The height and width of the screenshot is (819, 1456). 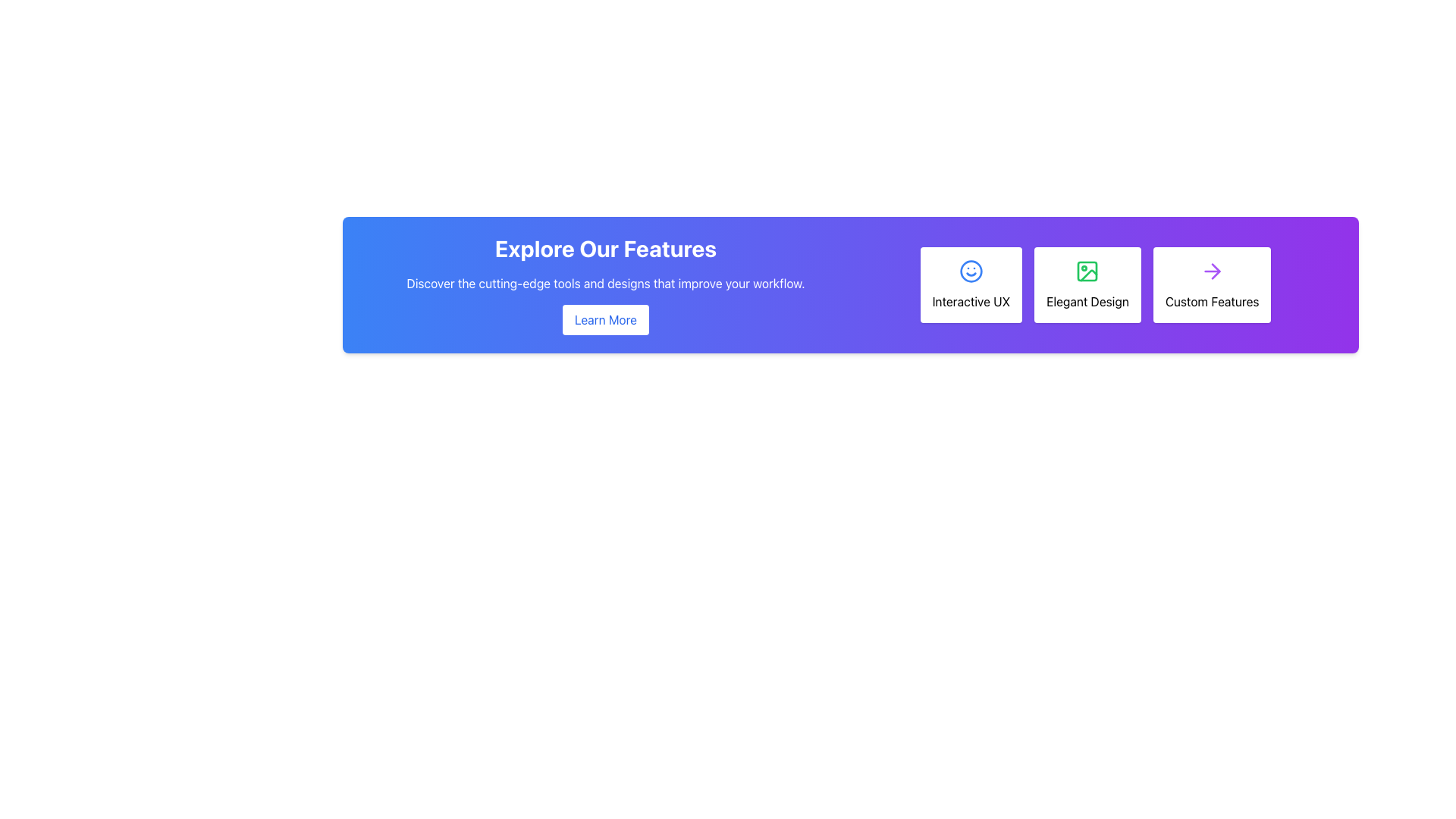 What do you see at coordinates (1211, 301) in the screenshot?
I see `text from the label located within the last box in a series of horizontally aligned white boxes with rounded corners, featuring a right-pointing arrow icon above the text` at bounding box center [1211, 301].